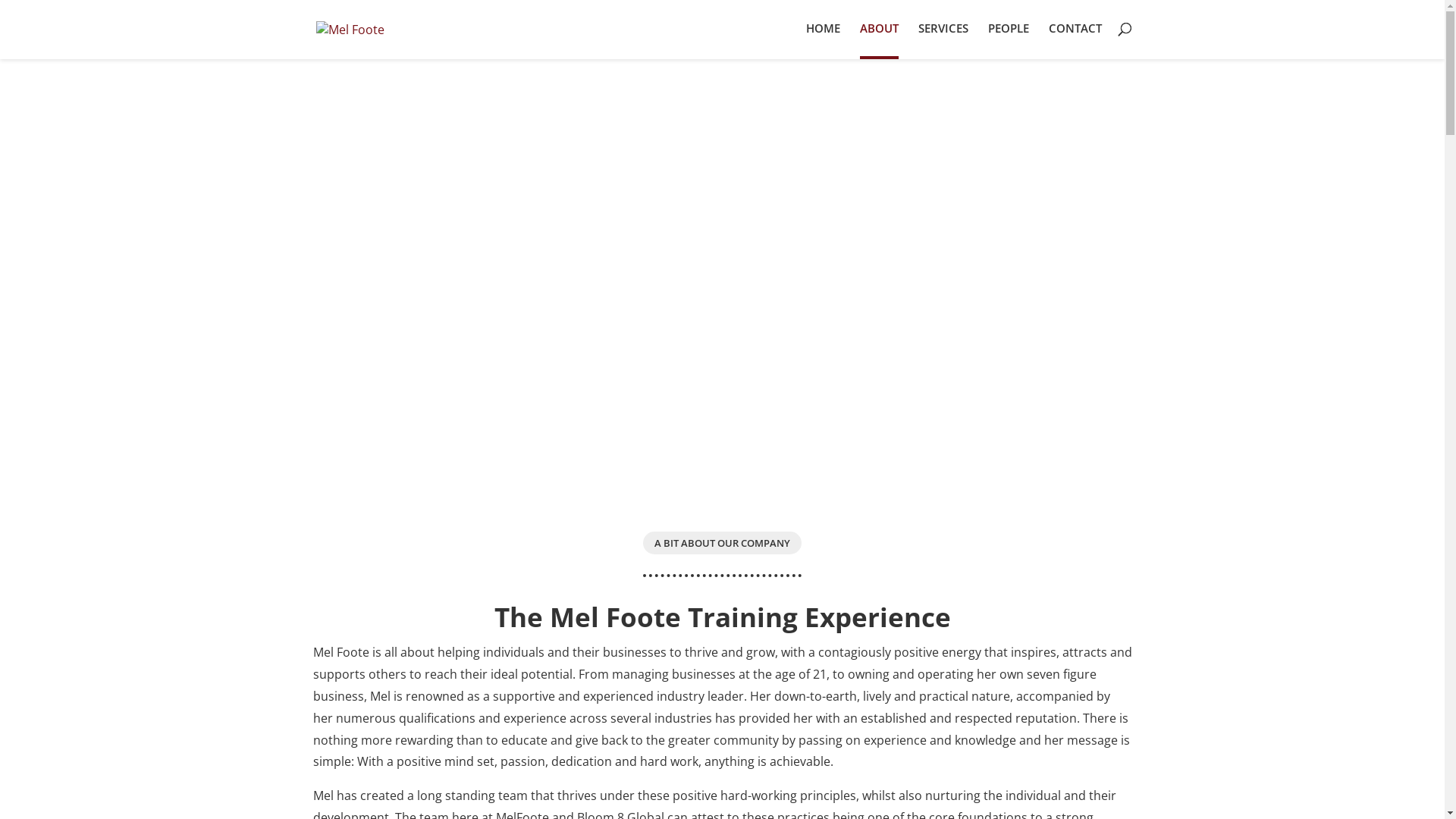 This screenshot has width=1456, height=819. What do you see at coordinates (804, 38) in the screenshot?
I see `'HOME'` at bounding box center [804, 38].